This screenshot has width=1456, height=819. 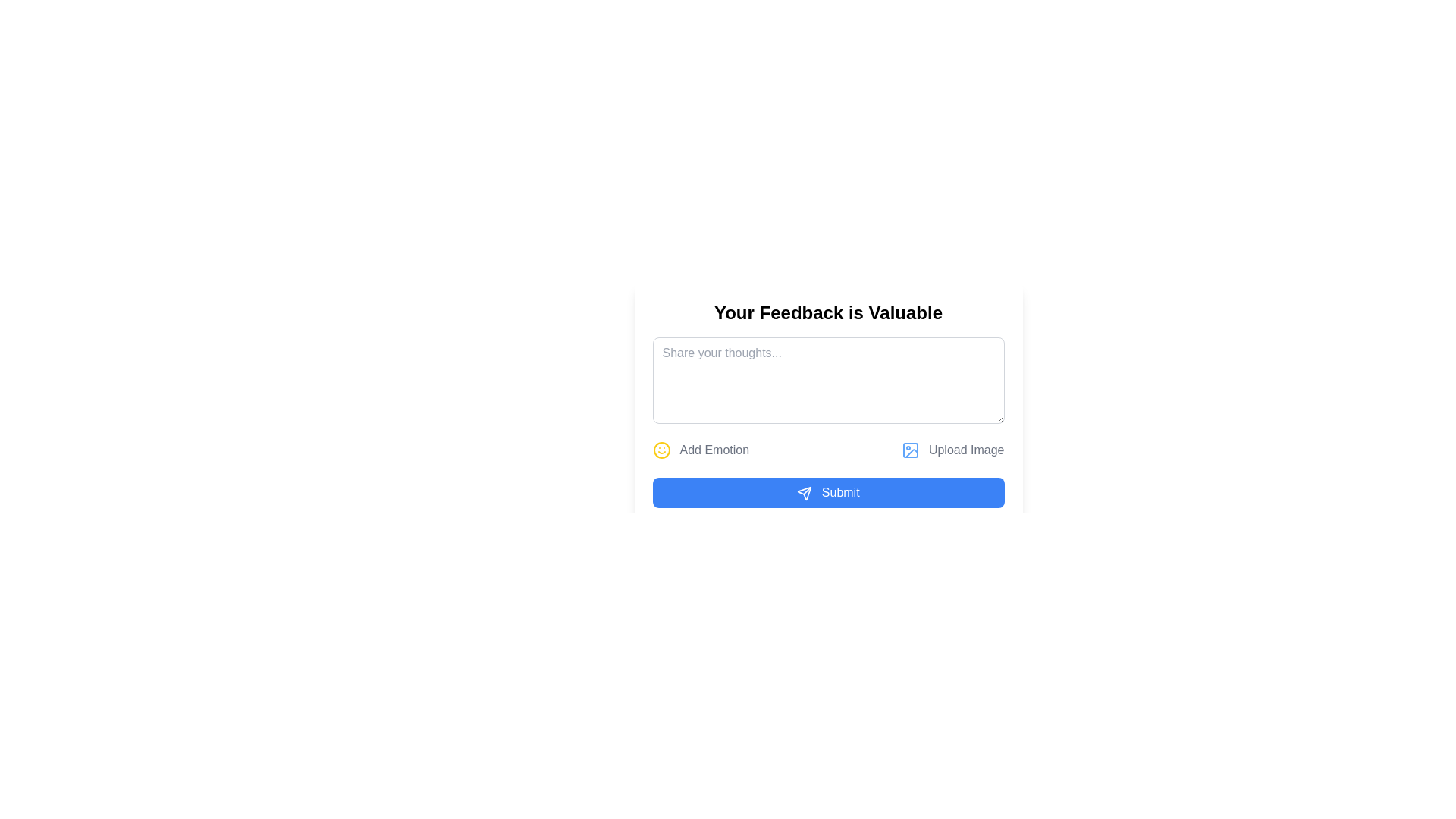 What do you see at coordinates (804, 493) in the screenshot?
I see `the sending action icon located to the left of the 'Submit' text within the blue button at the bottom center of the interface` at bounding box center [804, 493].